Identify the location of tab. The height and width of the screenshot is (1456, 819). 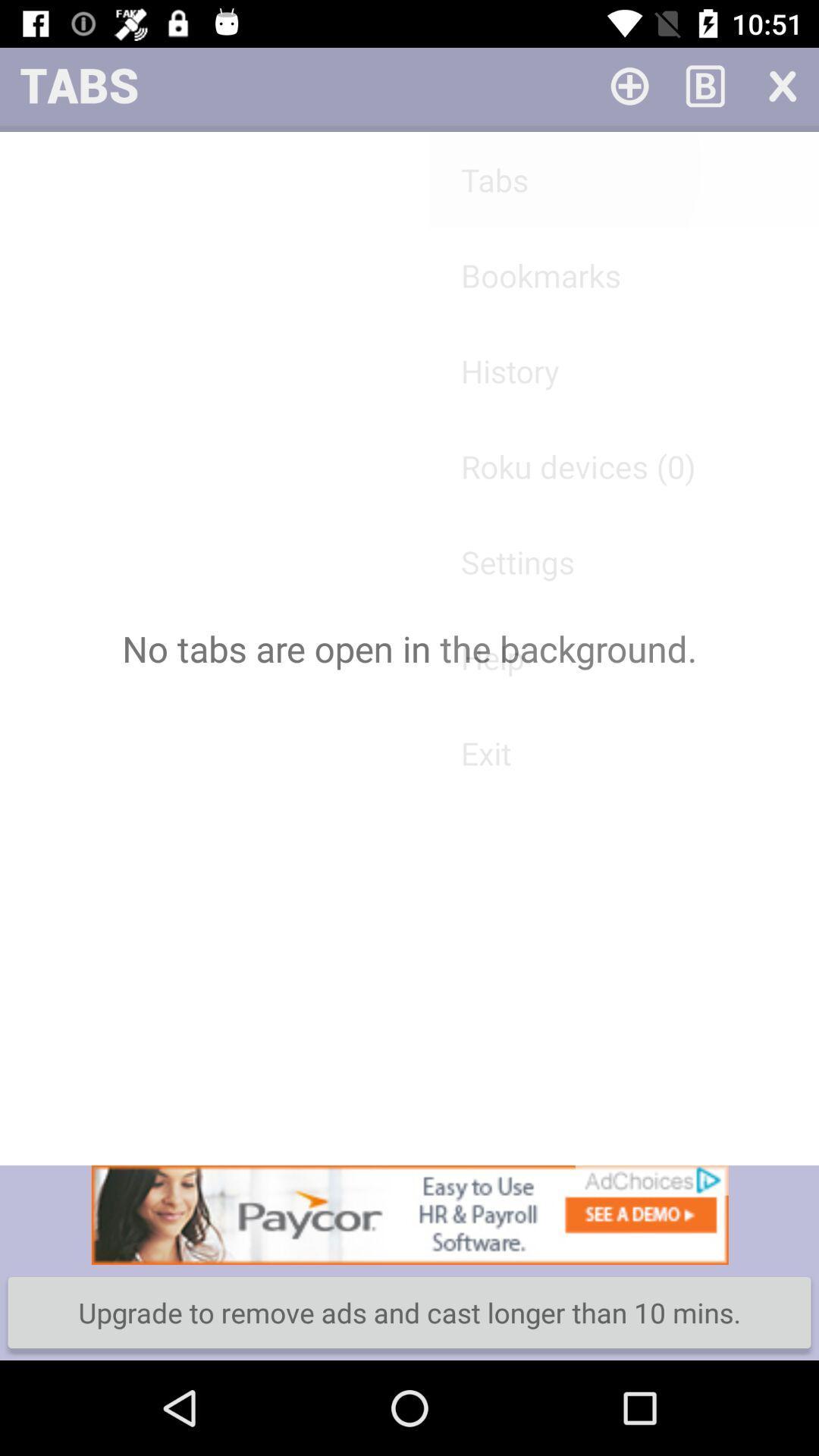
(781, 84).